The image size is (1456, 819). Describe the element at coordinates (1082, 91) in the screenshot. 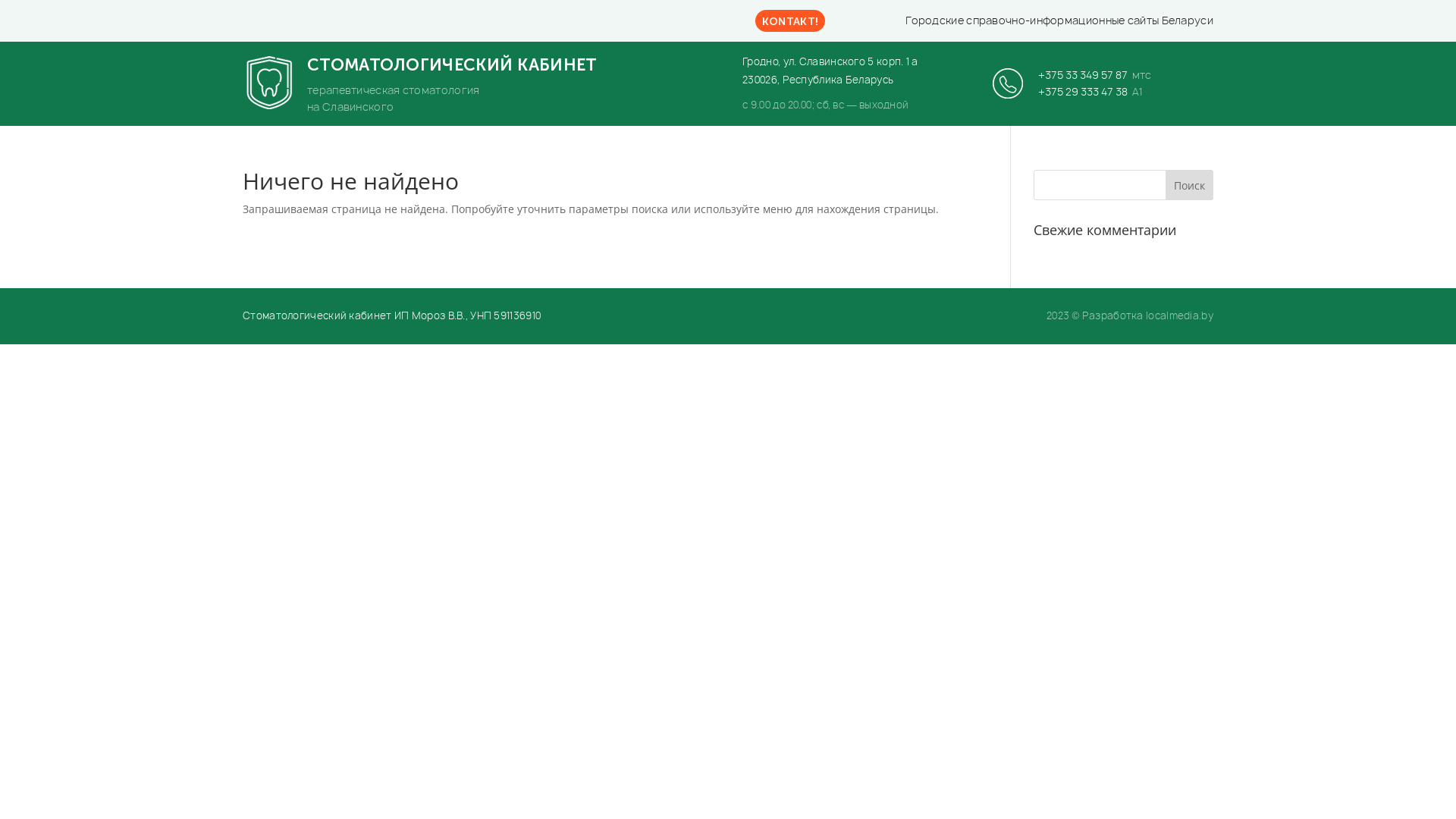

I see `'+375 29 333 47 38'` at that location.